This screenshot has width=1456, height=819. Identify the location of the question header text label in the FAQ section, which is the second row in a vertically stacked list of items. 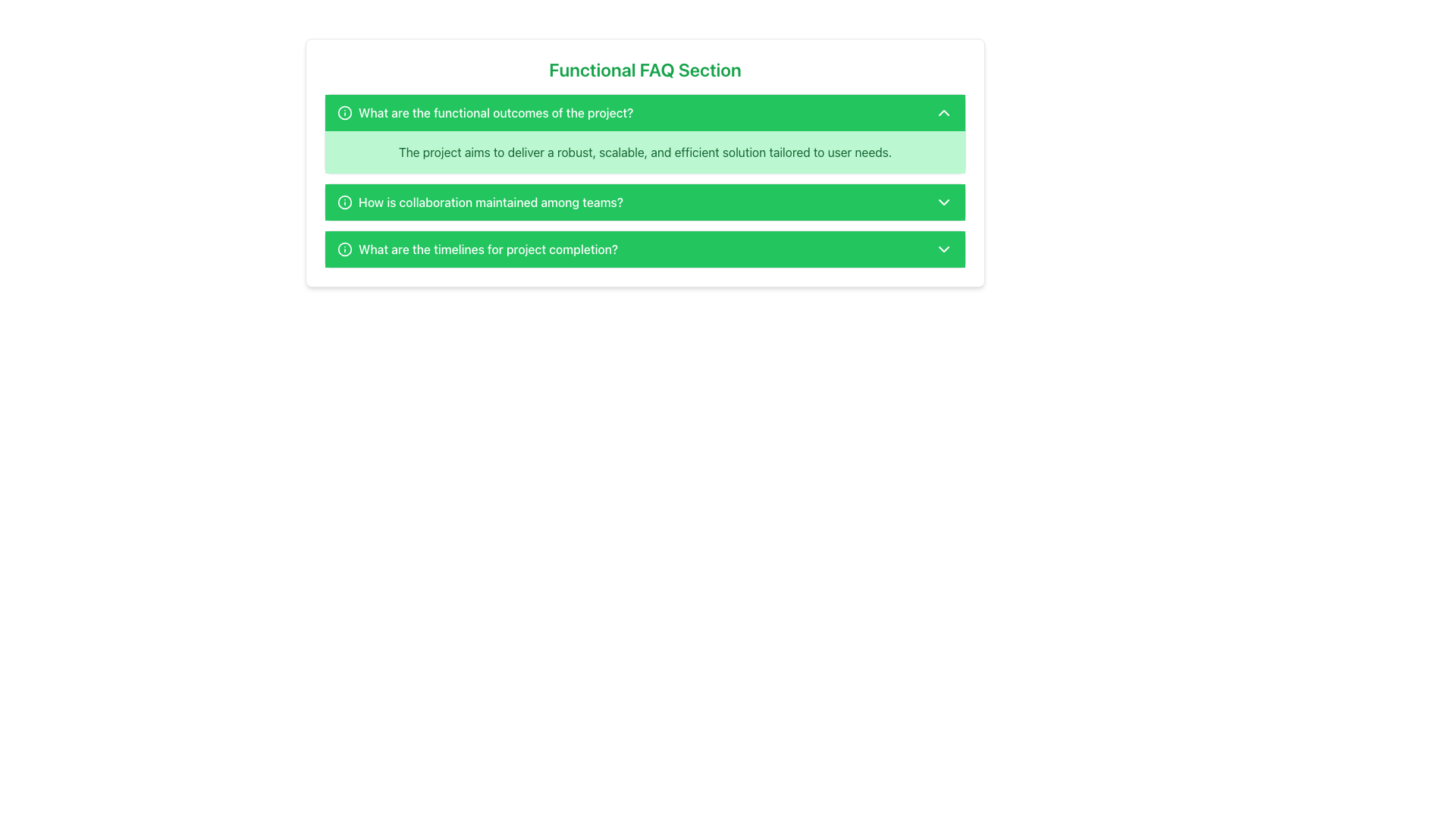
(479, 201).